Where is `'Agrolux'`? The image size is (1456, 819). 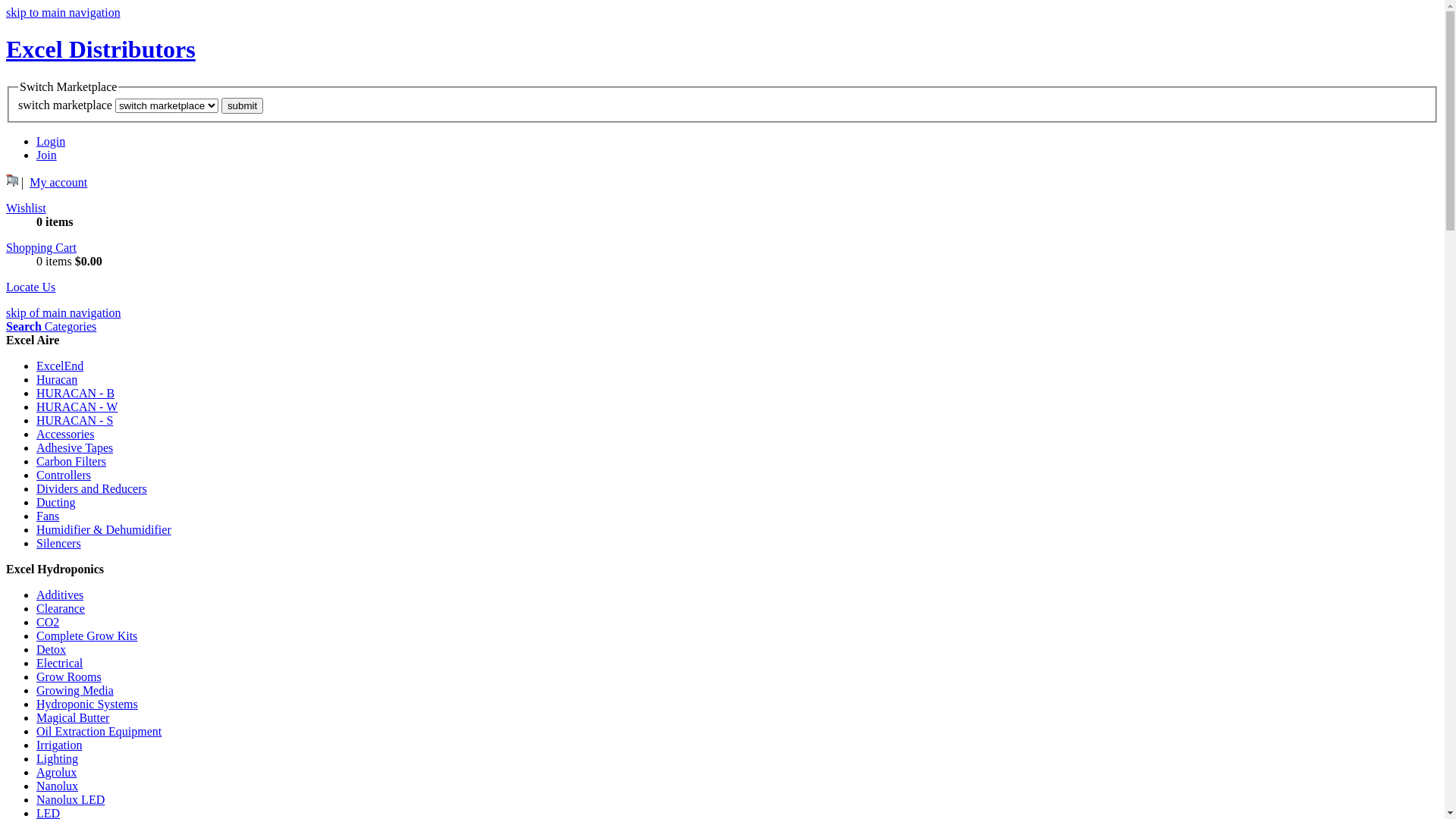 'Agrolux' is located at coordinates (56, 772).